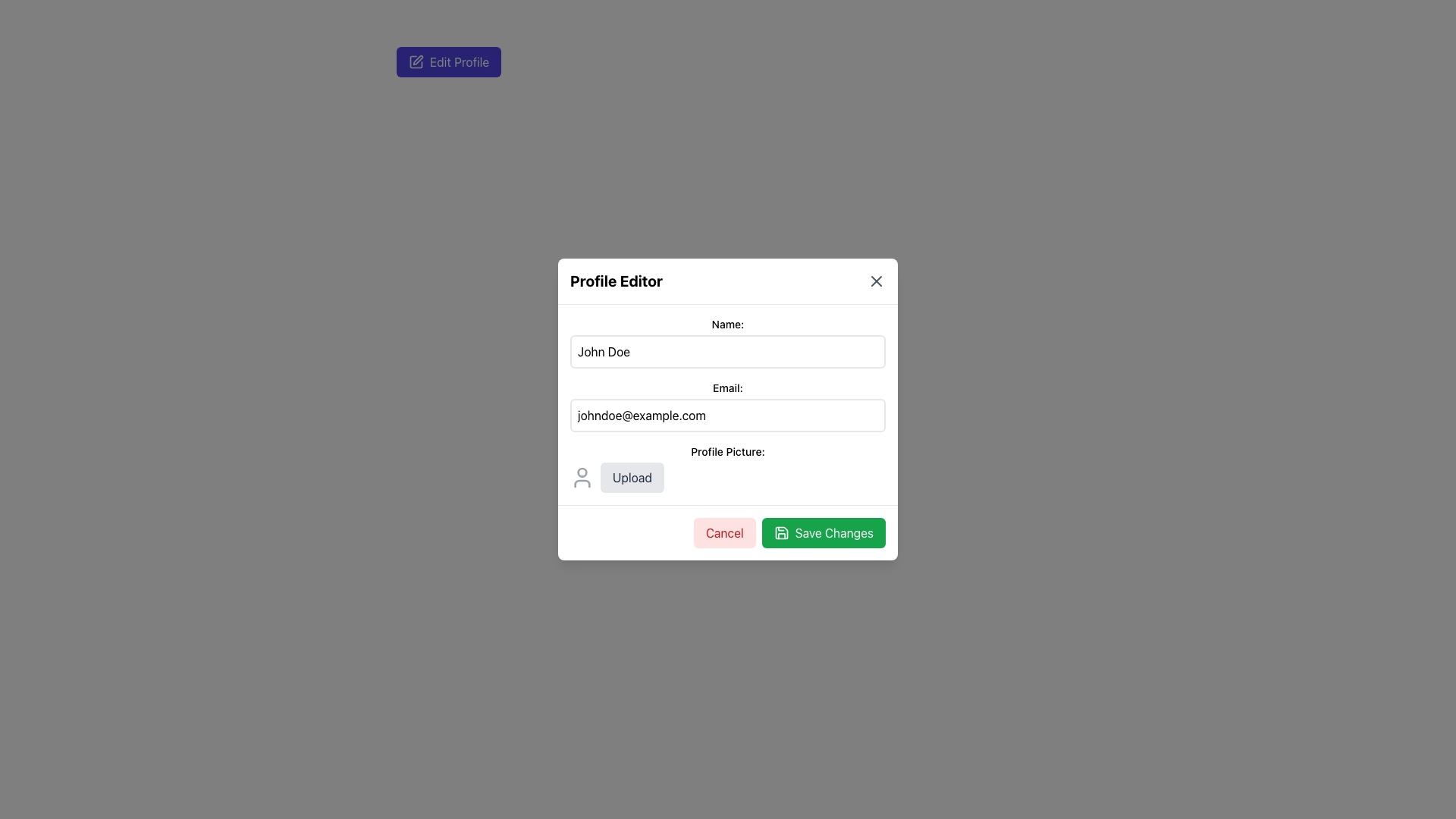 This screenshot has height=819, width=1456. I want to click on the 'Edit Profile' button that contains a small pencil icon with a light gray color on a darker background, located at the top-left area of the interface, so click(416, 61).